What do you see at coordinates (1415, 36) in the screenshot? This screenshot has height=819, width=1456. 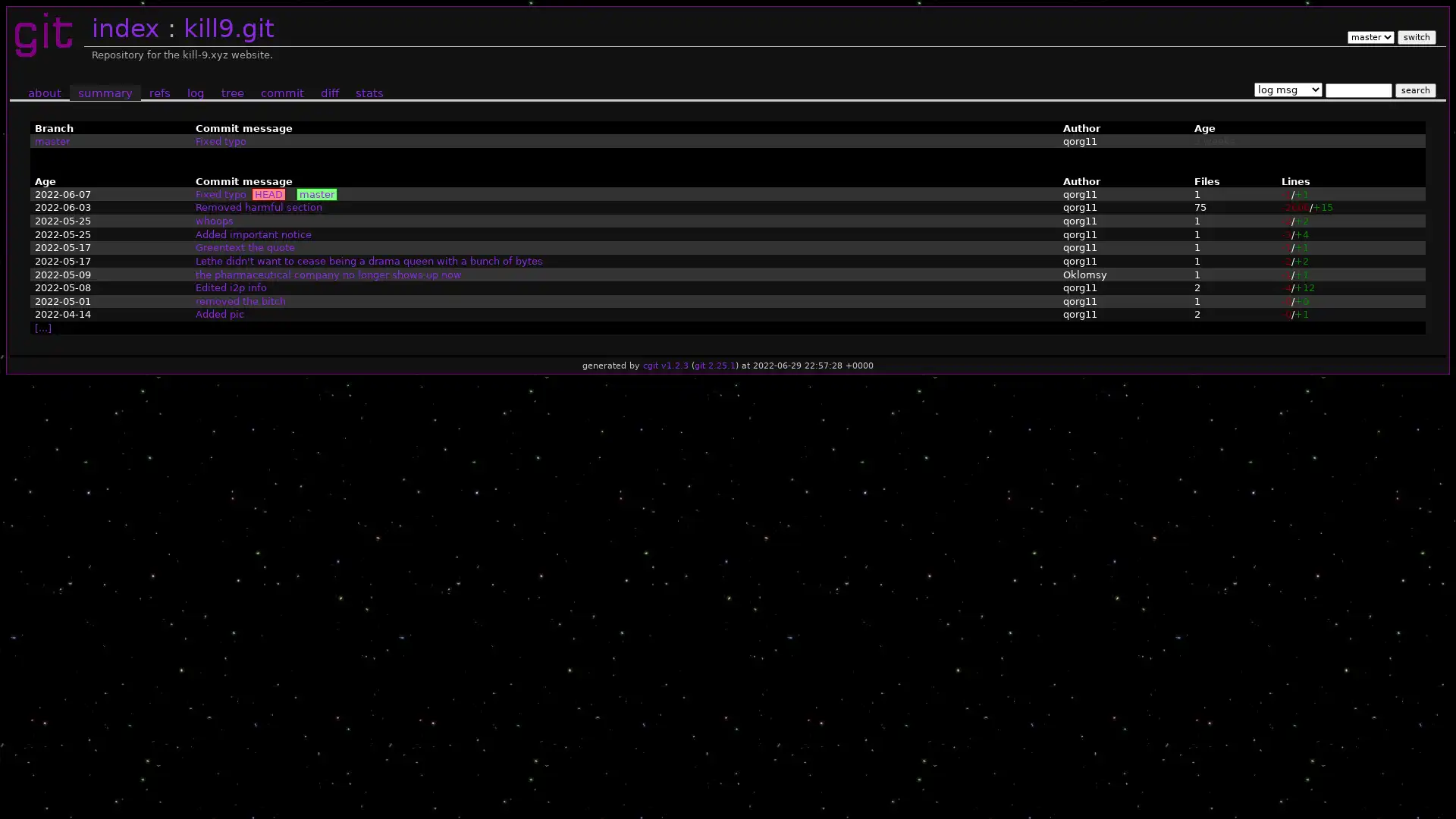 I see `switch` at bounding box center [1415, 36].